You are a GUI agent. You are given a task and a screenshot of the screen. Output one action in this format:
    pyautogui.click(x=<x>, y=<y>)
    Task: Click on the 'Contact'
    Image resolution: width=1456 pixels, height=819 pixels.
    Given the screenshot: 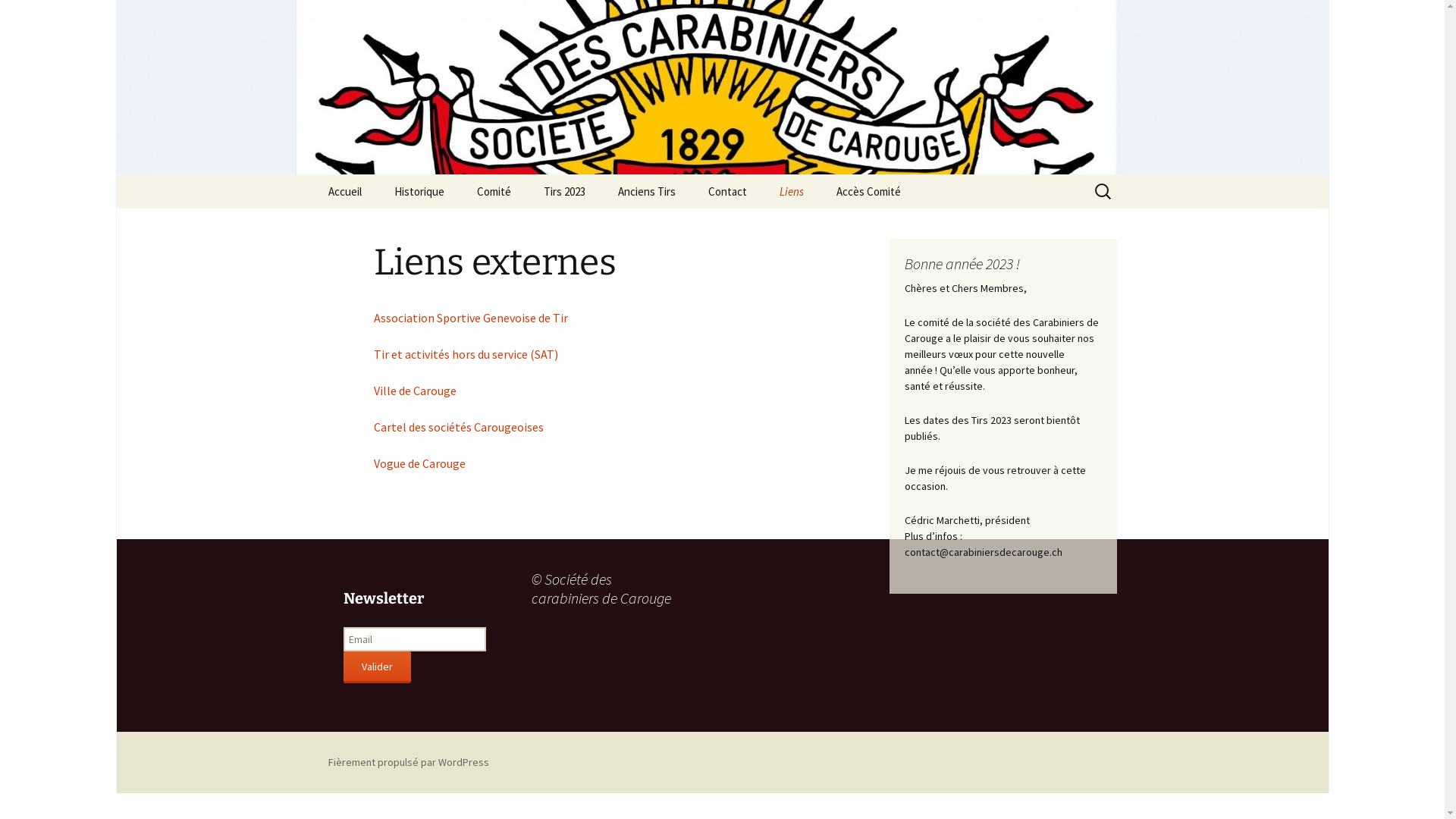 What is the action you would take?
    pyautogui.click(x=726, y=190)
    